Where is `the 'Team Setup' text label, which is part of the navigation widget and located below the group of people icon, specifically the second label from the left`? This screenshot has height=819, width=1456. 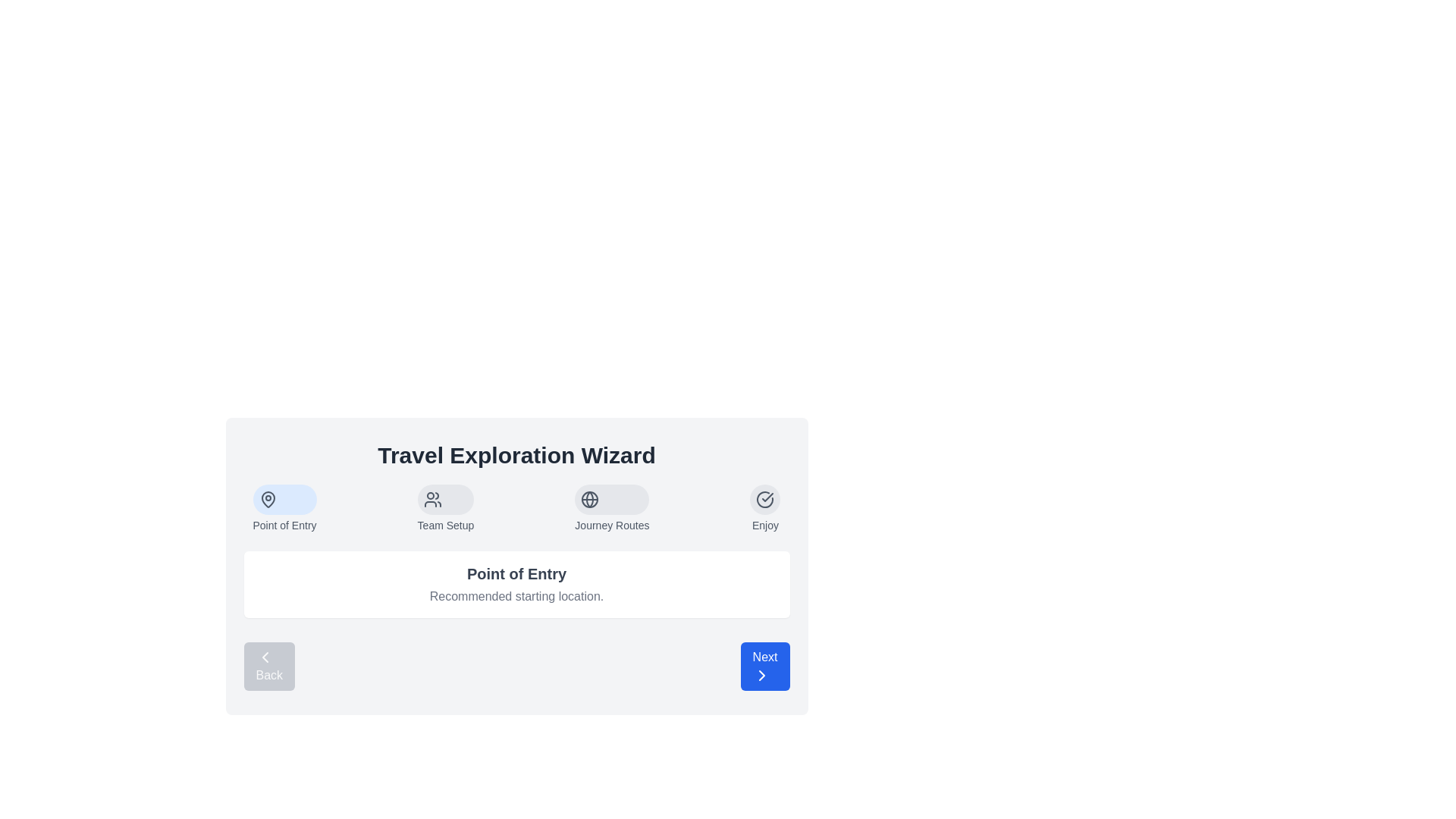
the 'Team Setup' text label, which is part of the navigation widget and located below the group of people icon, specifically the second label from the left is located at coordinates (444, 525).